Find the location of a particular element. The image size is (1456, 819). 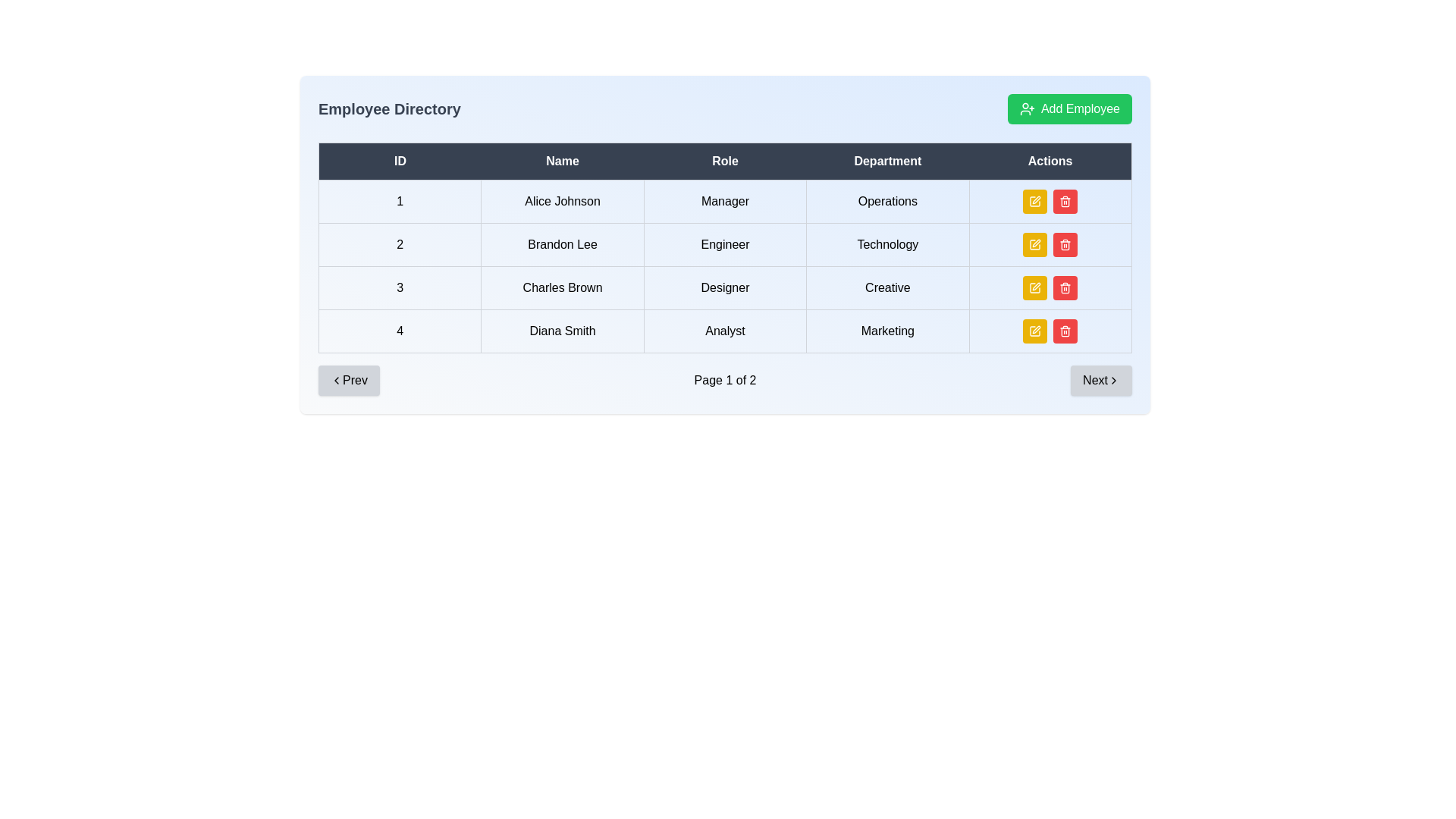

text label displaying 'Manager' located in the third cell of the first row under the 'Role' column of the employee directory table is located at coordinates (724, 201).